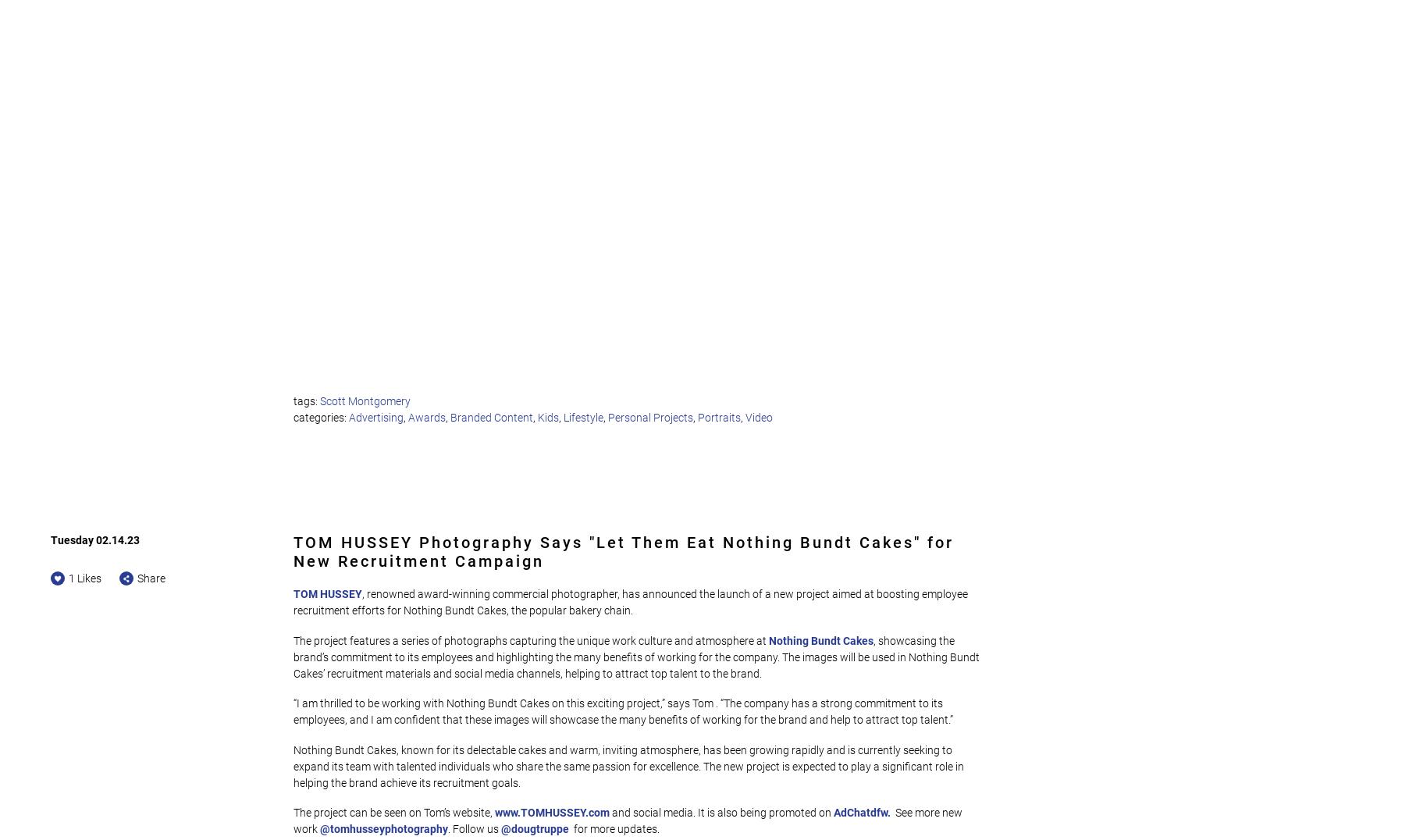 The image size is (1409, 840). I want to click on 'www.TOMHUSSEY.com', so click(551, 813).